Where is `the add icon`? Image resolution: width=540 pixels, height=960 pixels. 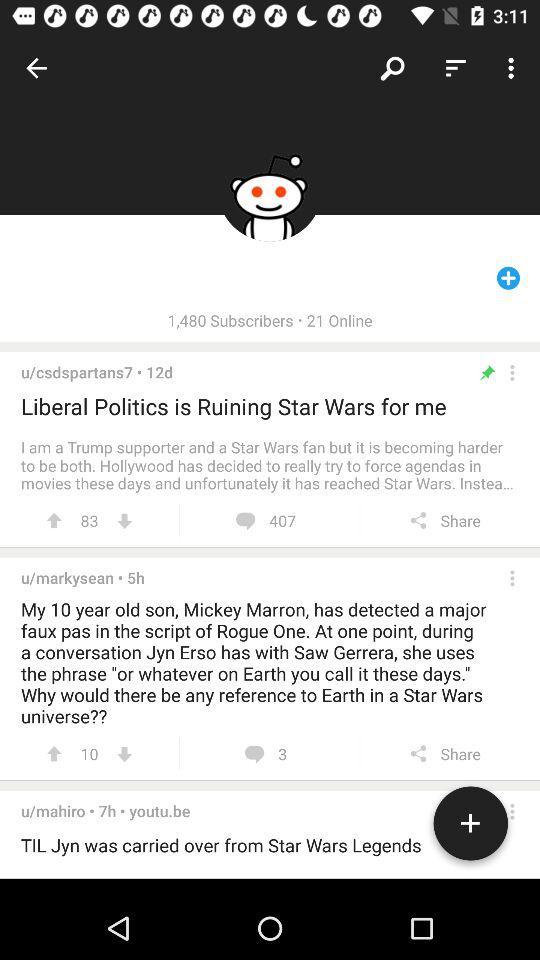
the add icon is located at coordinates (470, 827).